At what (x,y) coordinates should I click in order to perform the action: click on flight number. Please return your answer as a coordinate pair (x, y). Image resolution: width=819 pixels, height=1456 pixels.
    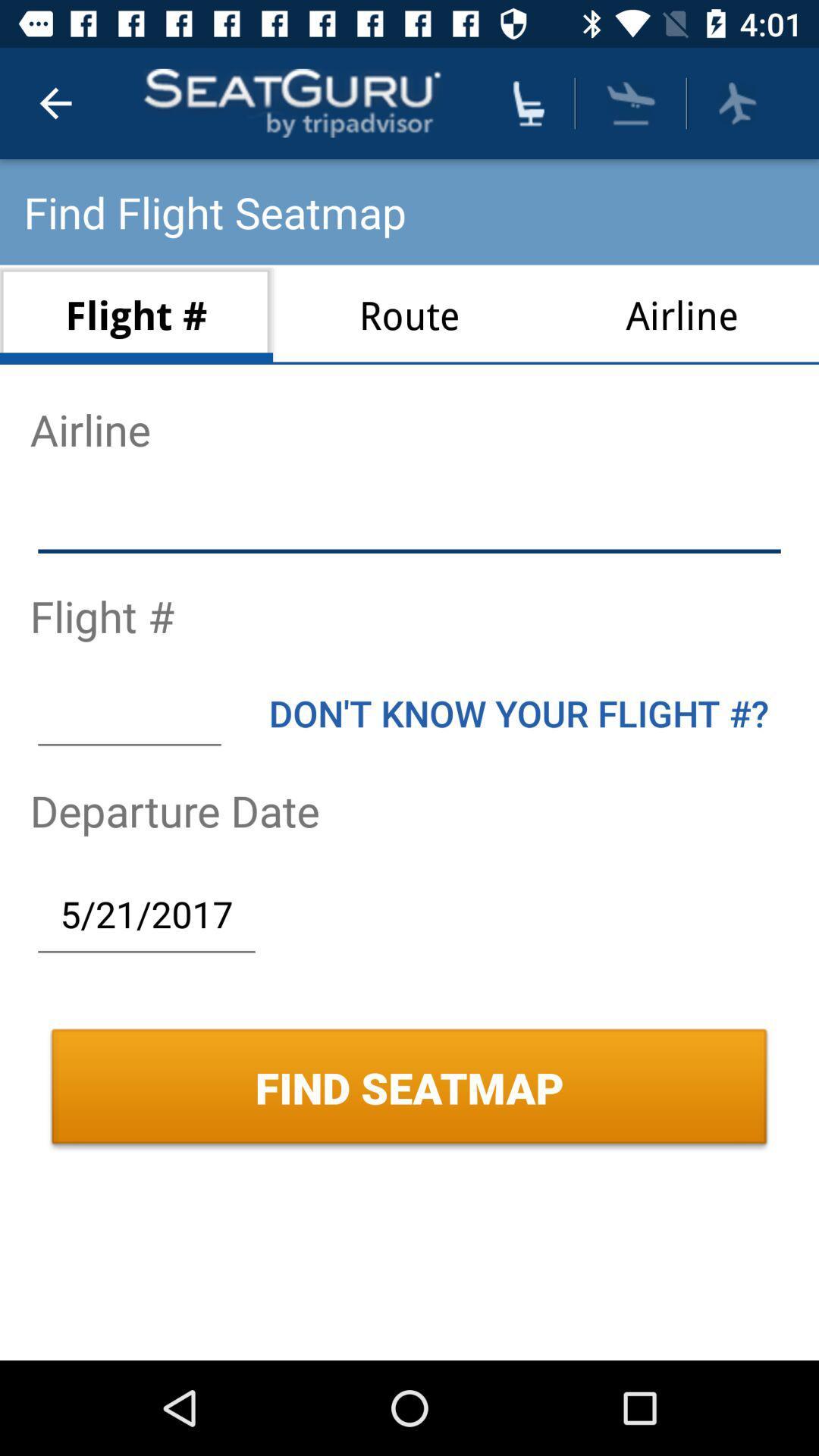
    Looking at the image, I should click on (128, 712).